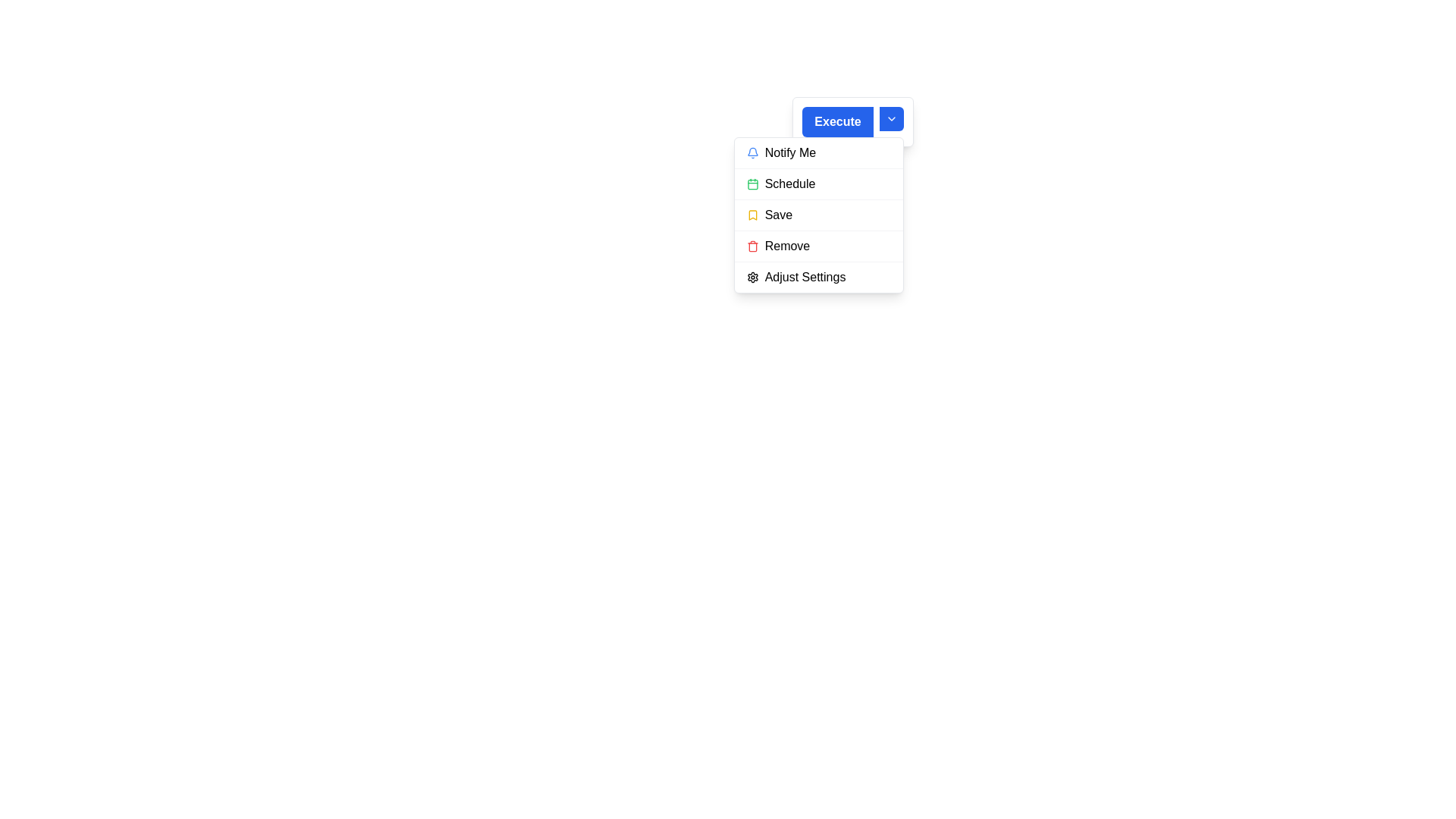 This screenshot has height=819, width=1456. Describe the element at coordinates (836, 121) in the screenshot. I see `the vibrant blue 'Execute' button located at the top-left of the control panel` at that location.